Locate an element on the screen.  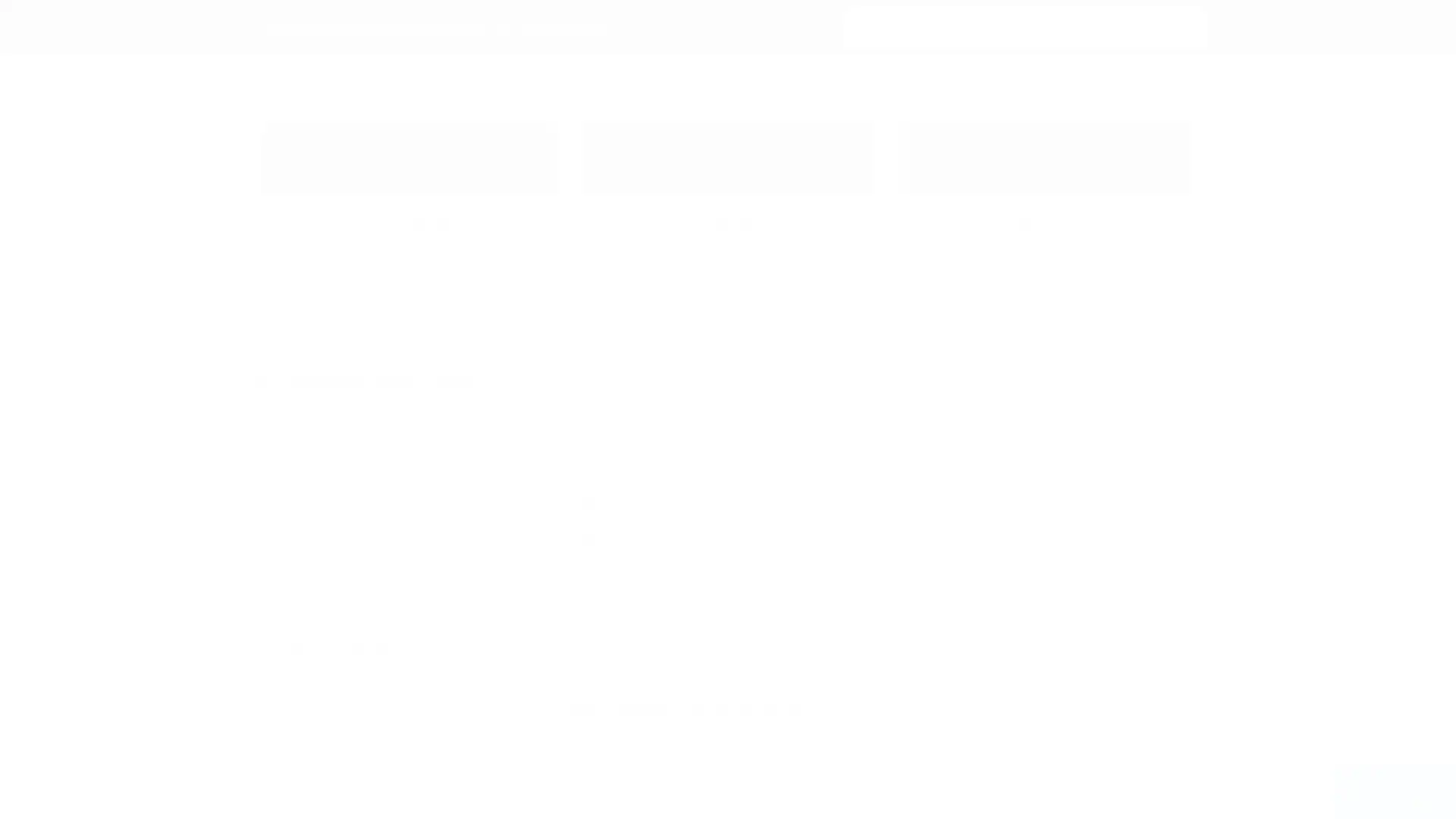
Advanced content is located at coordinates (378, 516).